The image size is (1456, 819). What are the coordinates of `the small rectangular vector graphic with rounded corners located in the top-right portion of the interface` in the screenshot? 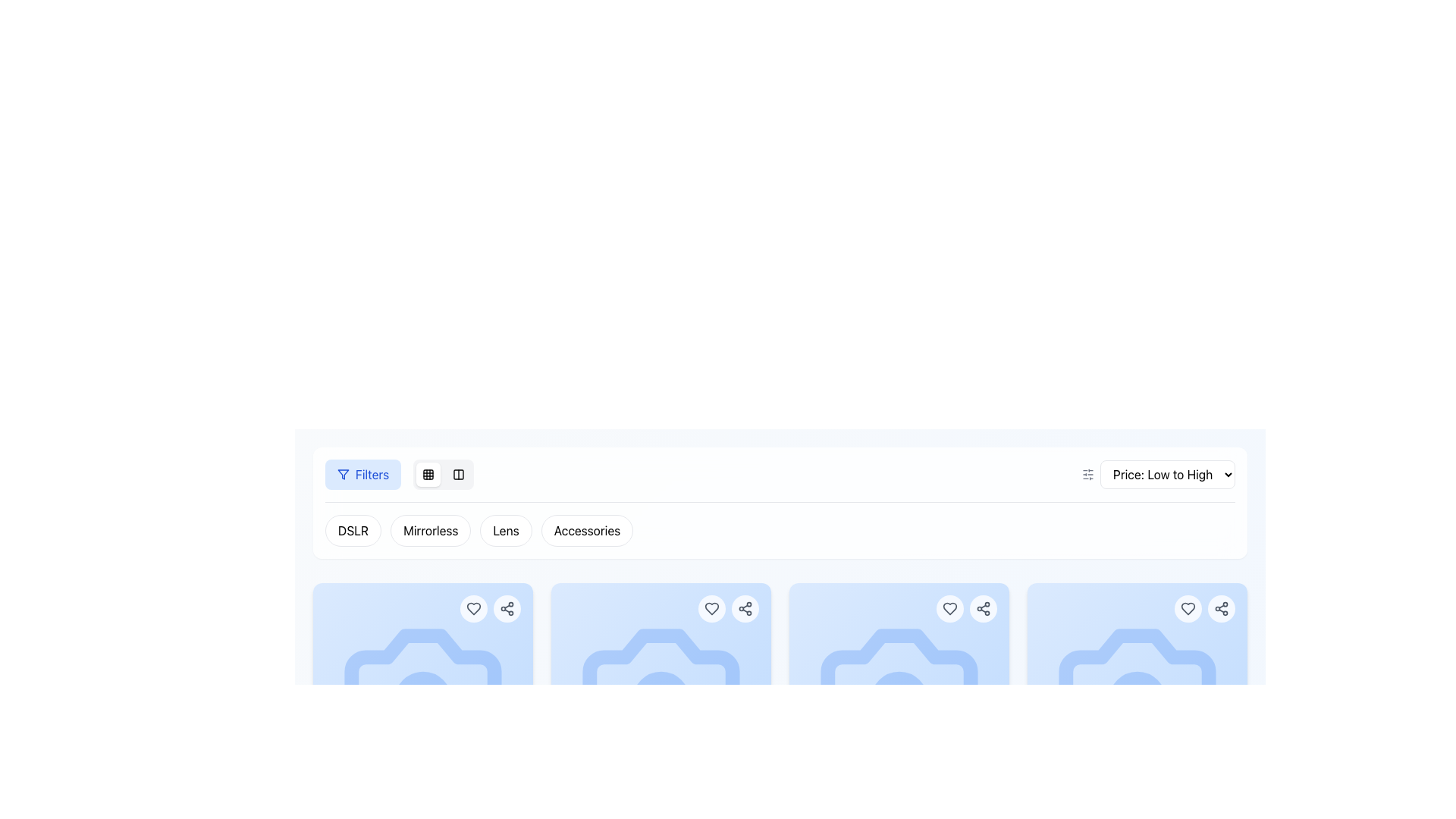 It's located at (458, 473).